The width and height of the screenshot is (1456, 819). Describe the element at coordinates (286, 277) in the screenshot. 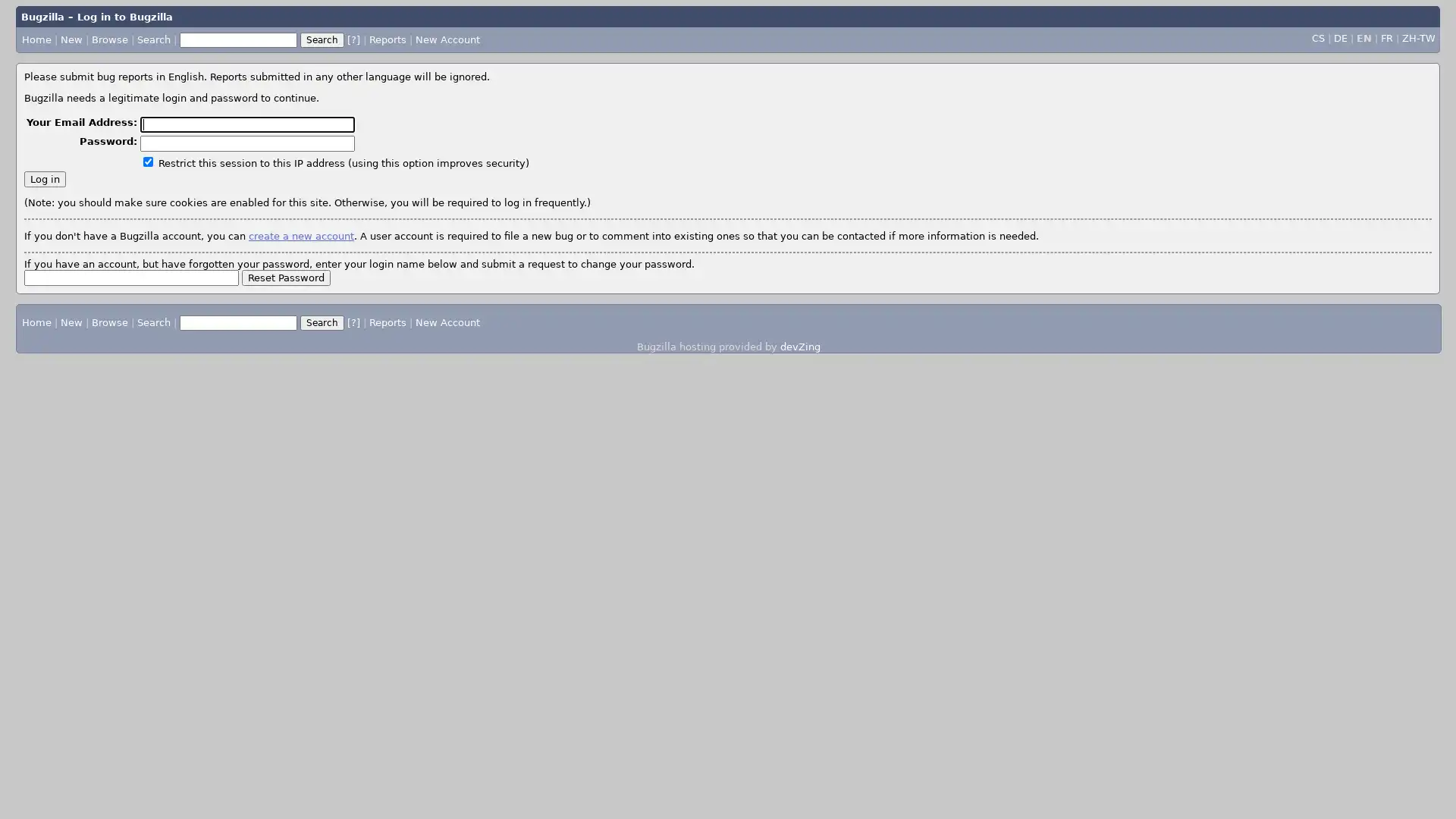

I see `Reset Password` at that location.